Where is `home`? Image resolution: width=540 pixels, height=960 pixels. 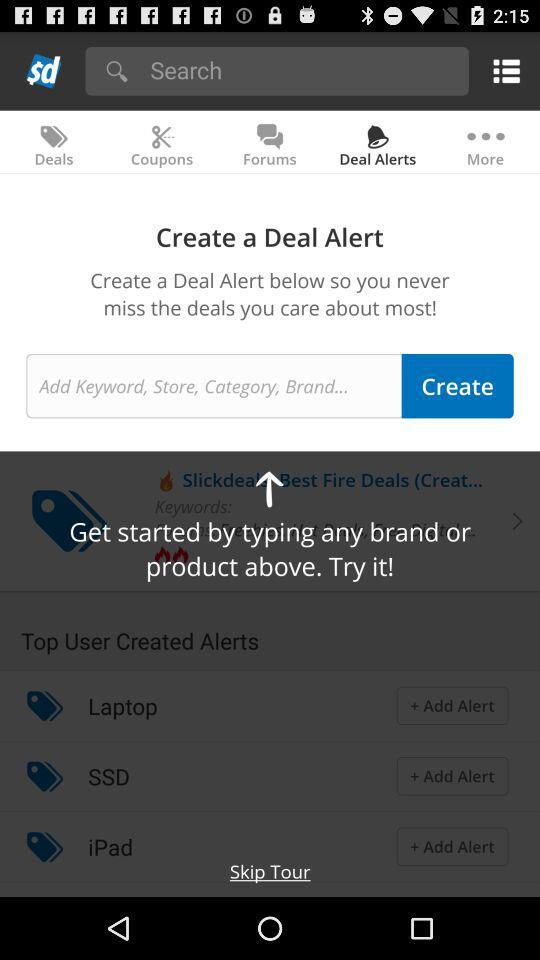 home is located at coordinates (44, 70).